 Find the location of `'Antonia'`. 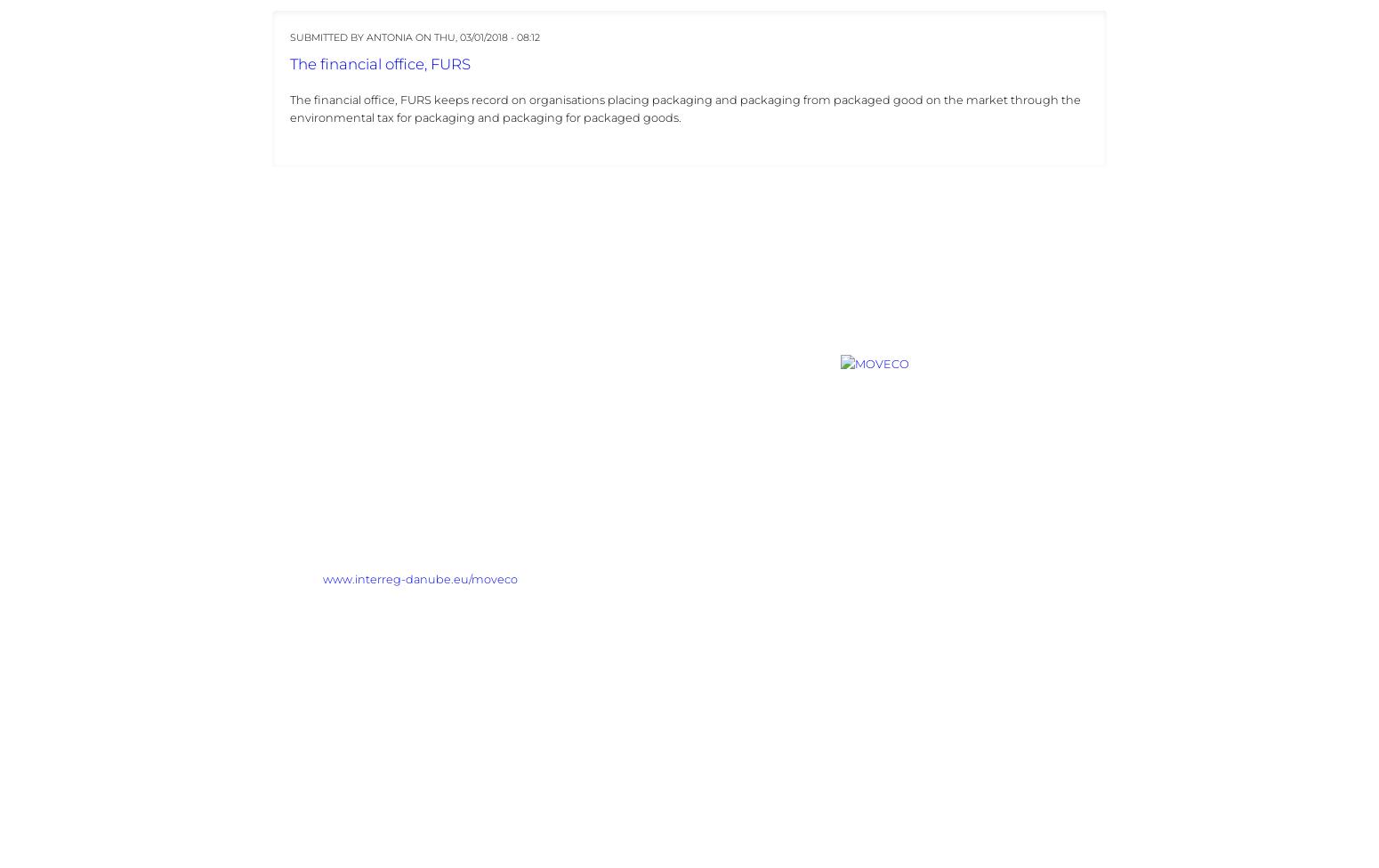

'Antonia' is located at coordinates (390, 36).